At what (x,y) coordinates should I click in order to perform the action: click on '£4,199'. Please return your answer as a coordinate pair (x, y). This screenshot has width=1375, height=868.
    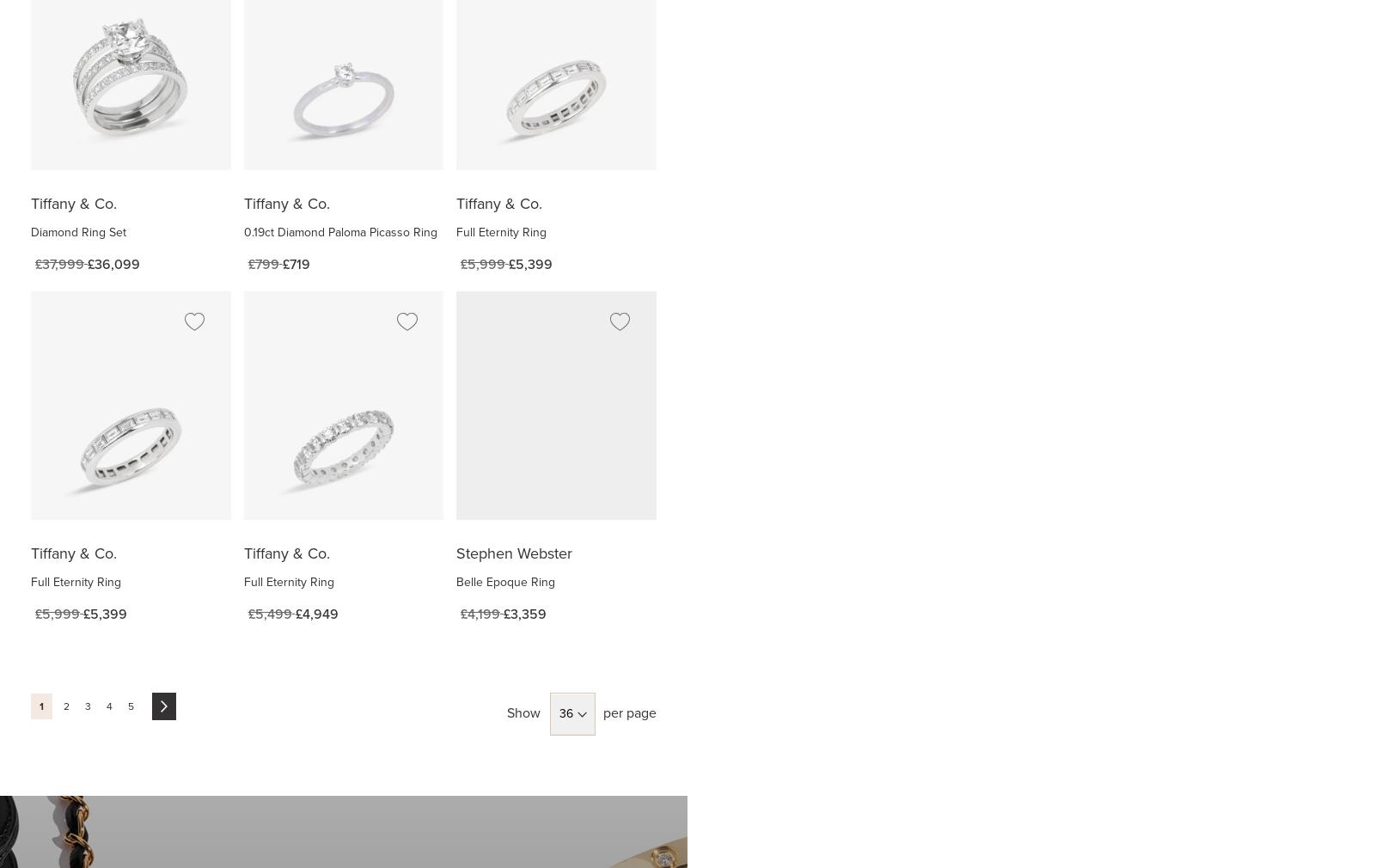
    Looking at the image, I should click on (480, 613).